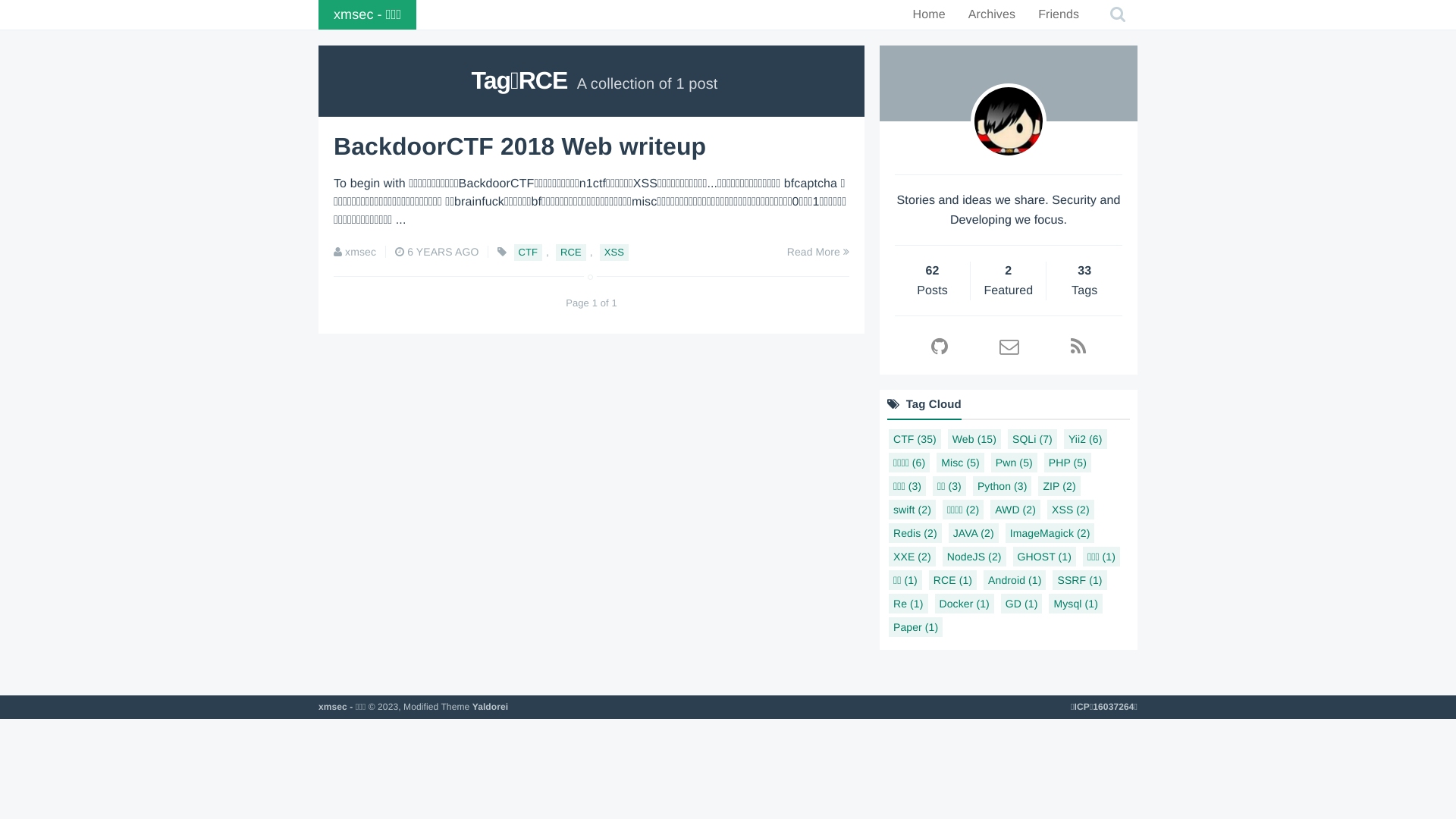  What do you see at coordinates (1015, 579) in the screenshot?
I see `'Android (1)'` at bounding box center [1015, 579].